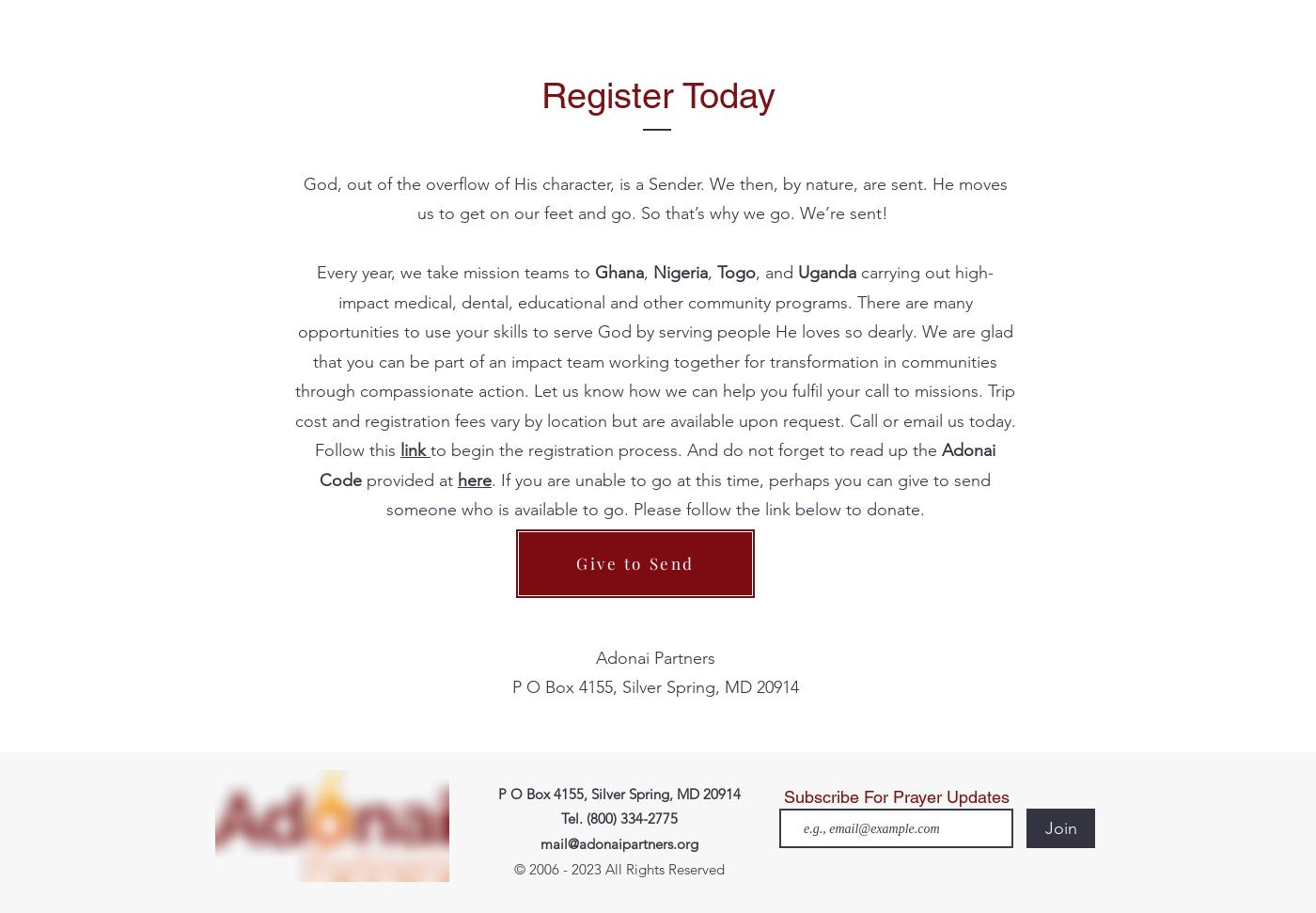  Describe the element at coordinates (1059, 827) in the screenshot. I see `'Join'` at that location.